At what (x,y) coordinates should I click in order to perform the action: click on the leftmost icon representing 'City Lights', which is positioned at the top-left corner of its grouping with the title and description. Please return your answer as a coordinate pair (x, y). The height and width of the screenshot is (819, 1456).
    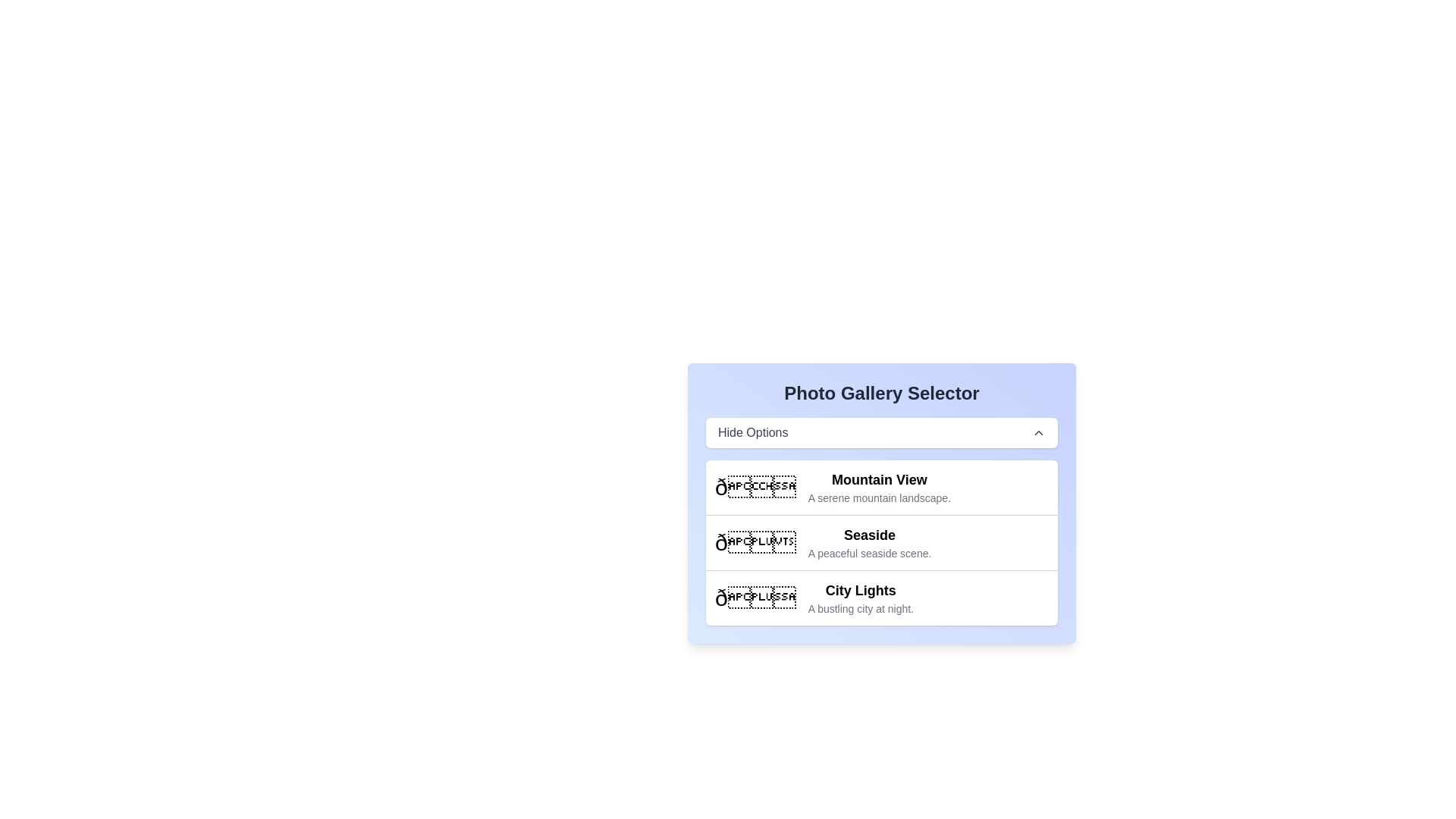
    Looking at the image, I should click on (755, 598).